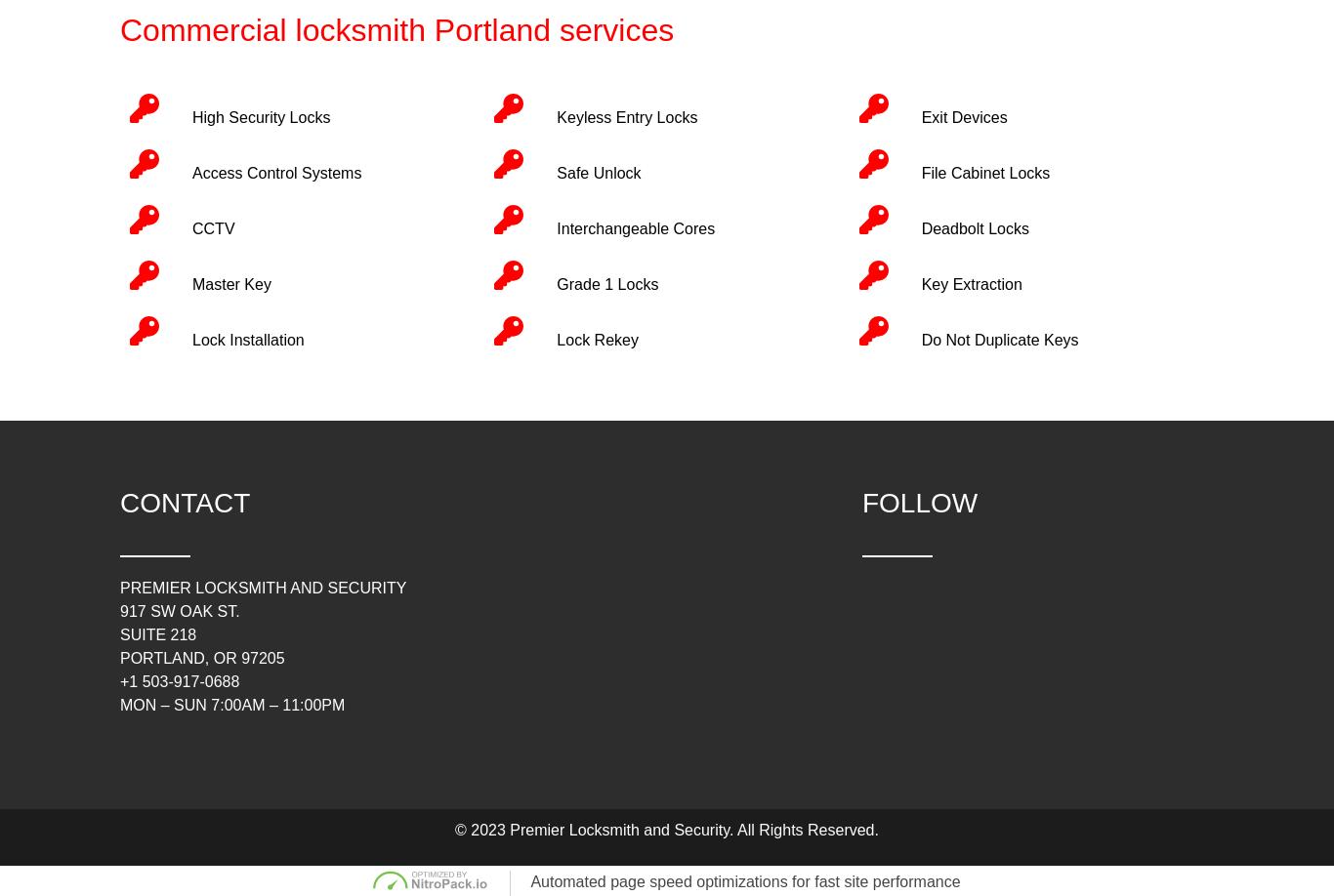 This screenshot has height=896, width=1334. What do you see at coordinates (920, 226) in the screenshot?
I see `'Deadbolt Locks'` at bounding box center [920, 226].